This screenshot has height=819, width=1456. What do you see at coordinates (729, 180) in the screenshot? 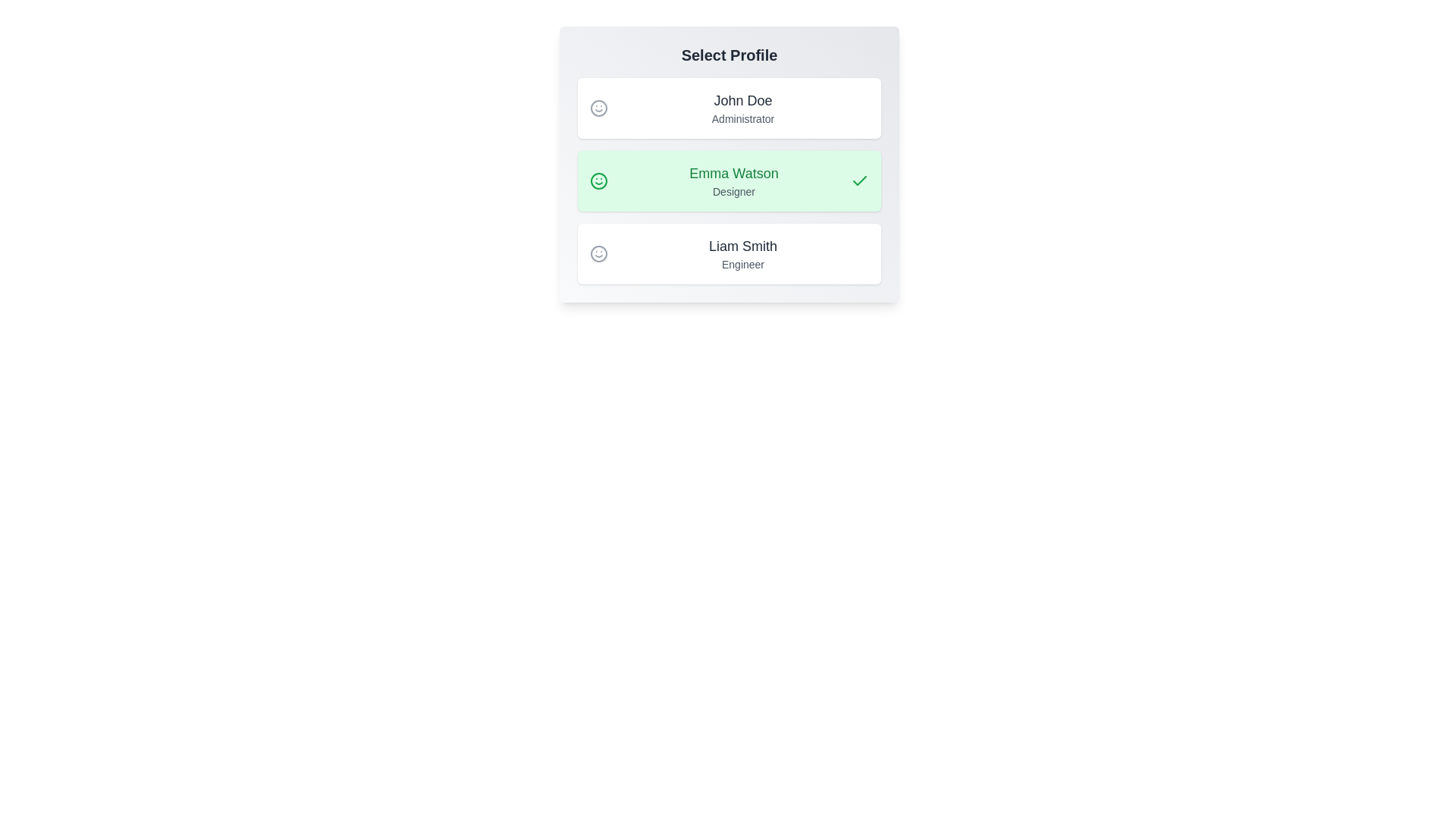
I see `the profile Emma Watson` at bounding box center [729, 180].